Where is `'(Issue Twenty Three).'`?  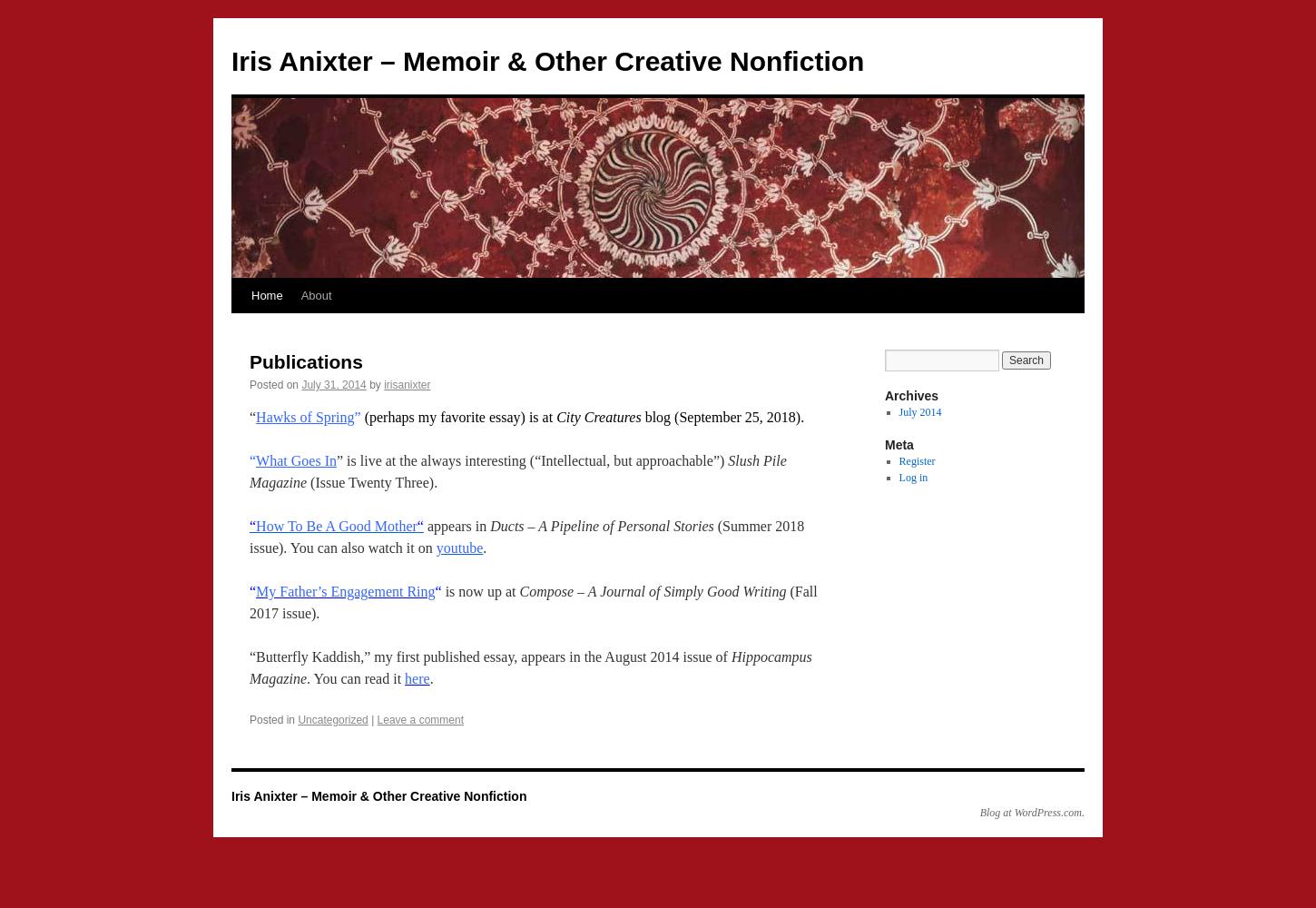 '(Issue Twenty Three).' is located at coordinates (306, 482).